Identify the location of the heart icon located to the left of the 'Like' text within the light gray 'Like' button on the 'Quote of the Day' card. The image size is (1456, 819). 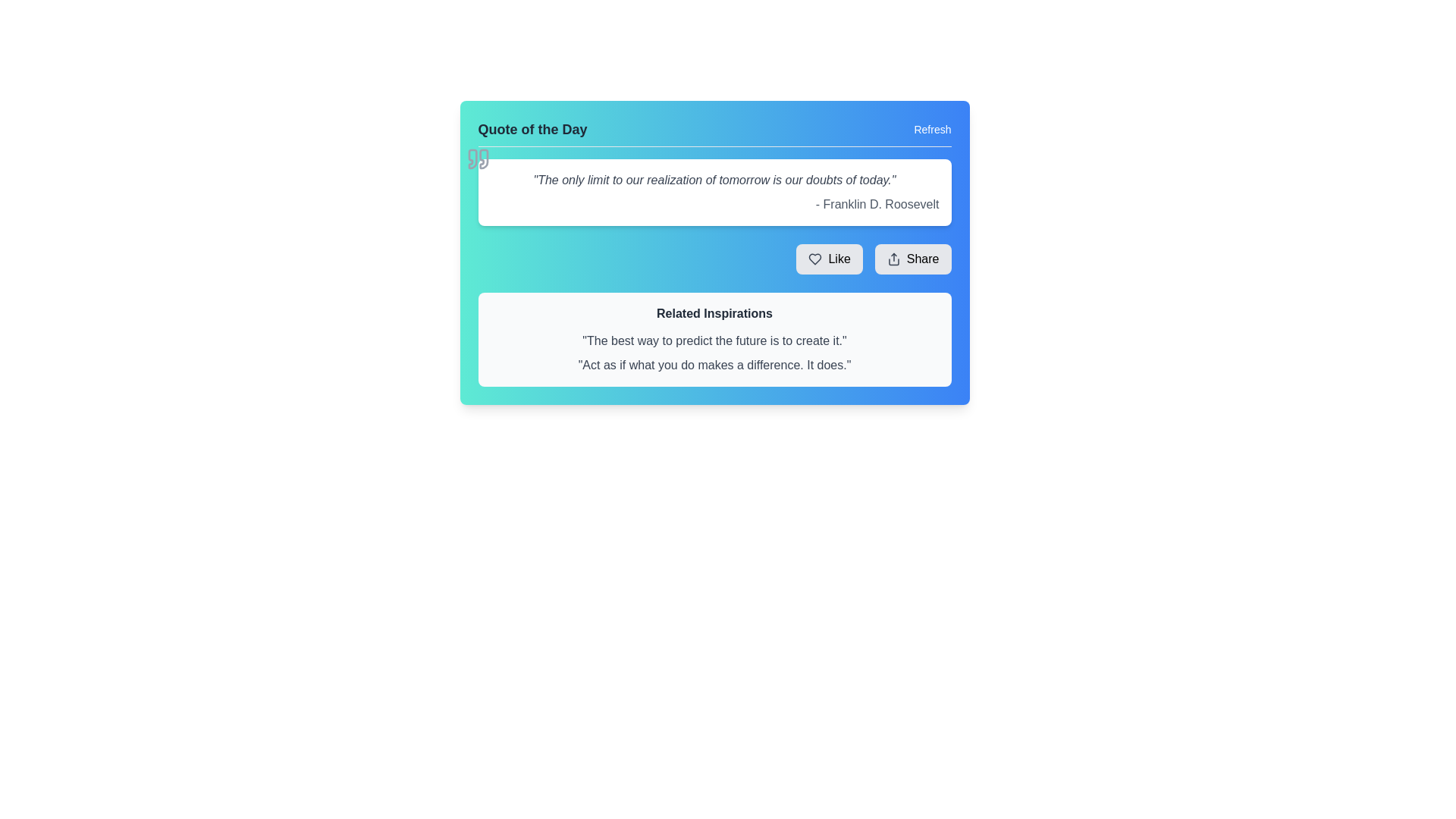
(814, 259).